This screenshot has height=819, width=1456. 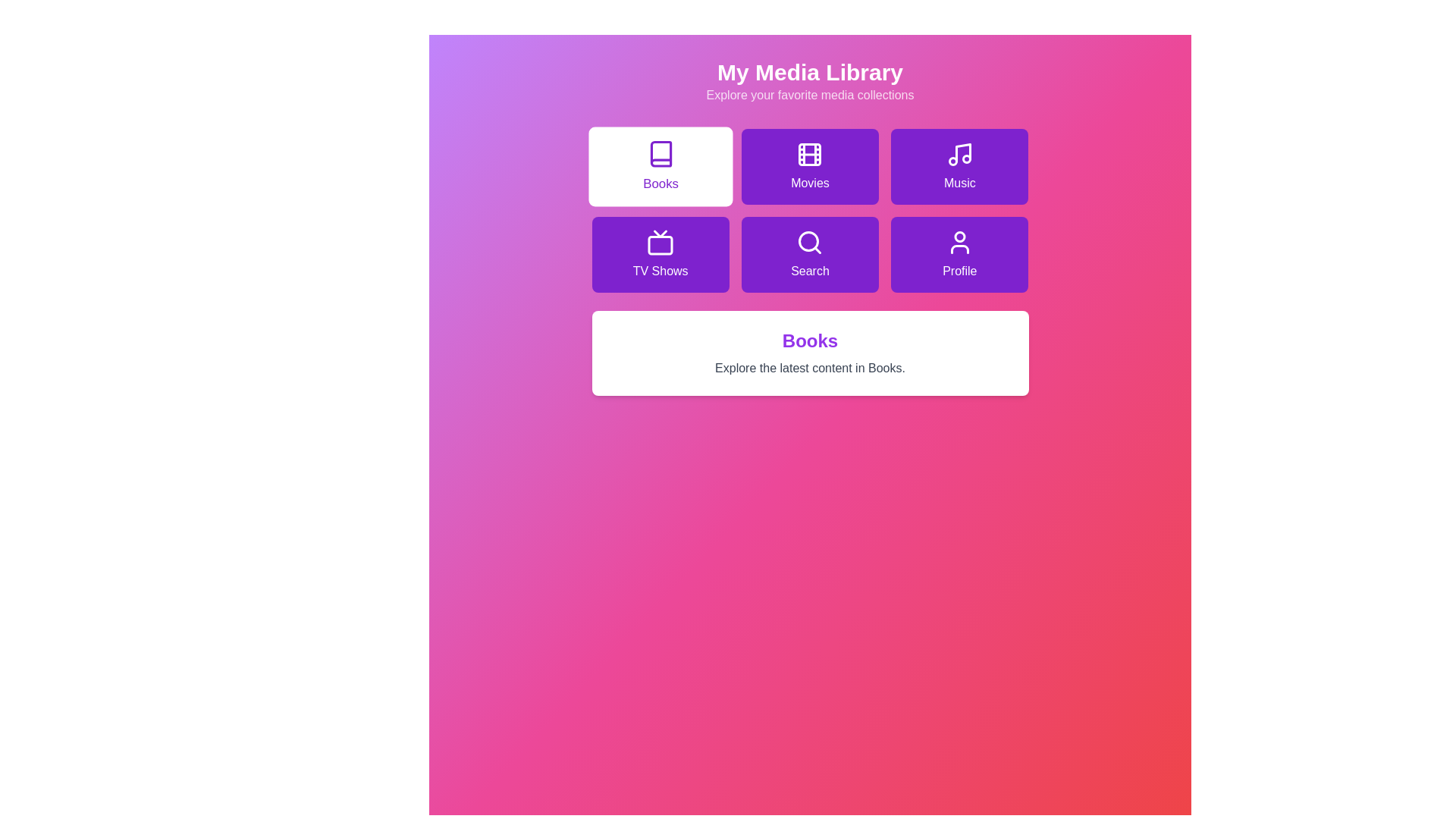 What do you see at coordinates (809, 166) in the screenshot?
I see `the 'Movies' button, which is a rectangular icon with a purple background and white text, located between 'Books' and 'Music' in a grid layout` at bounding box center [809, 166].